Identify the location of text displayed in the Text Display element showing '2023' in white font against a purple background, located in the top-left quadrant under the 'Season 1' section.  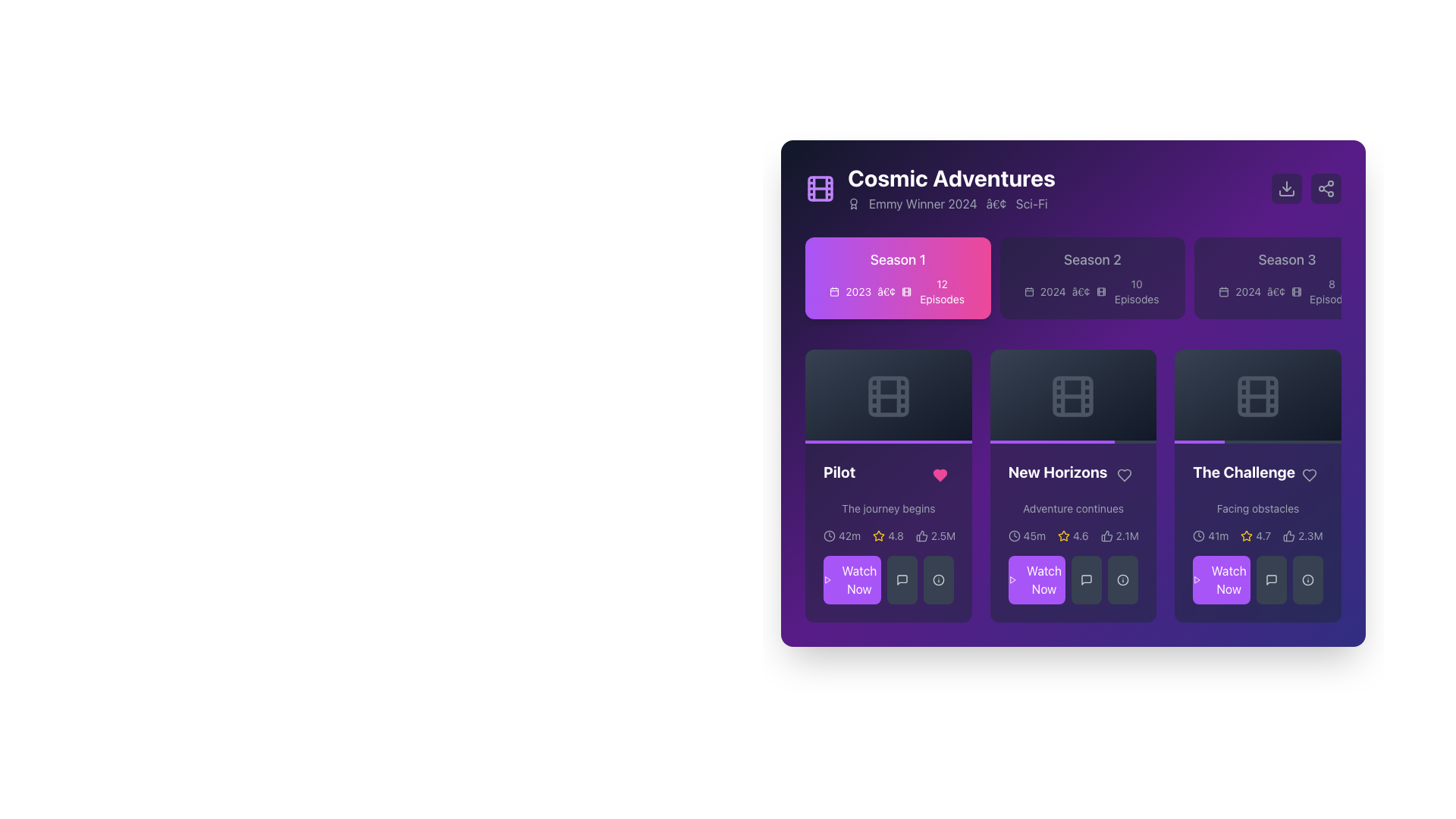
(858, 292).